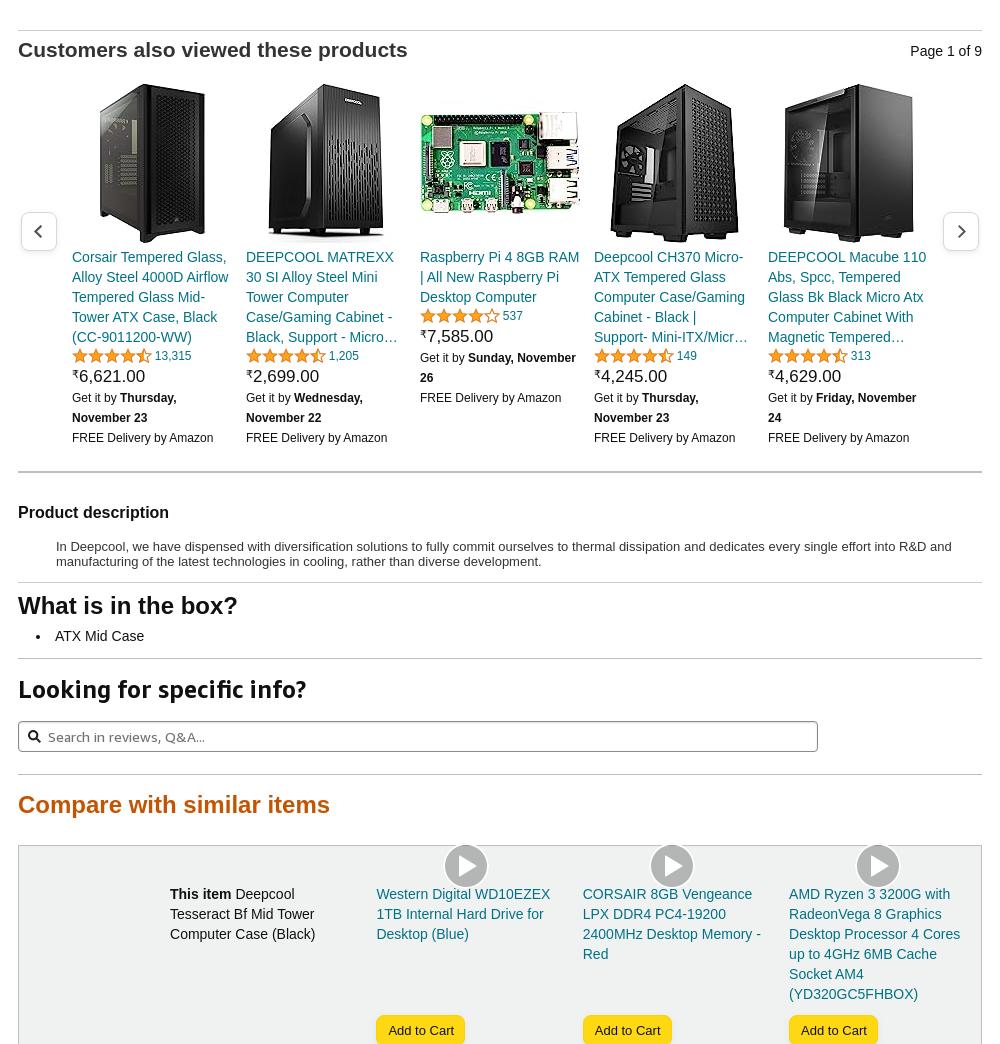 The image size is (1000, 1044). Describe the element at coordinates (462, 913) in the screenshot. I see `'Western Digital WD10EZEX 1TB Internal Hard Drive for Desktop (Blue)'` at that location.